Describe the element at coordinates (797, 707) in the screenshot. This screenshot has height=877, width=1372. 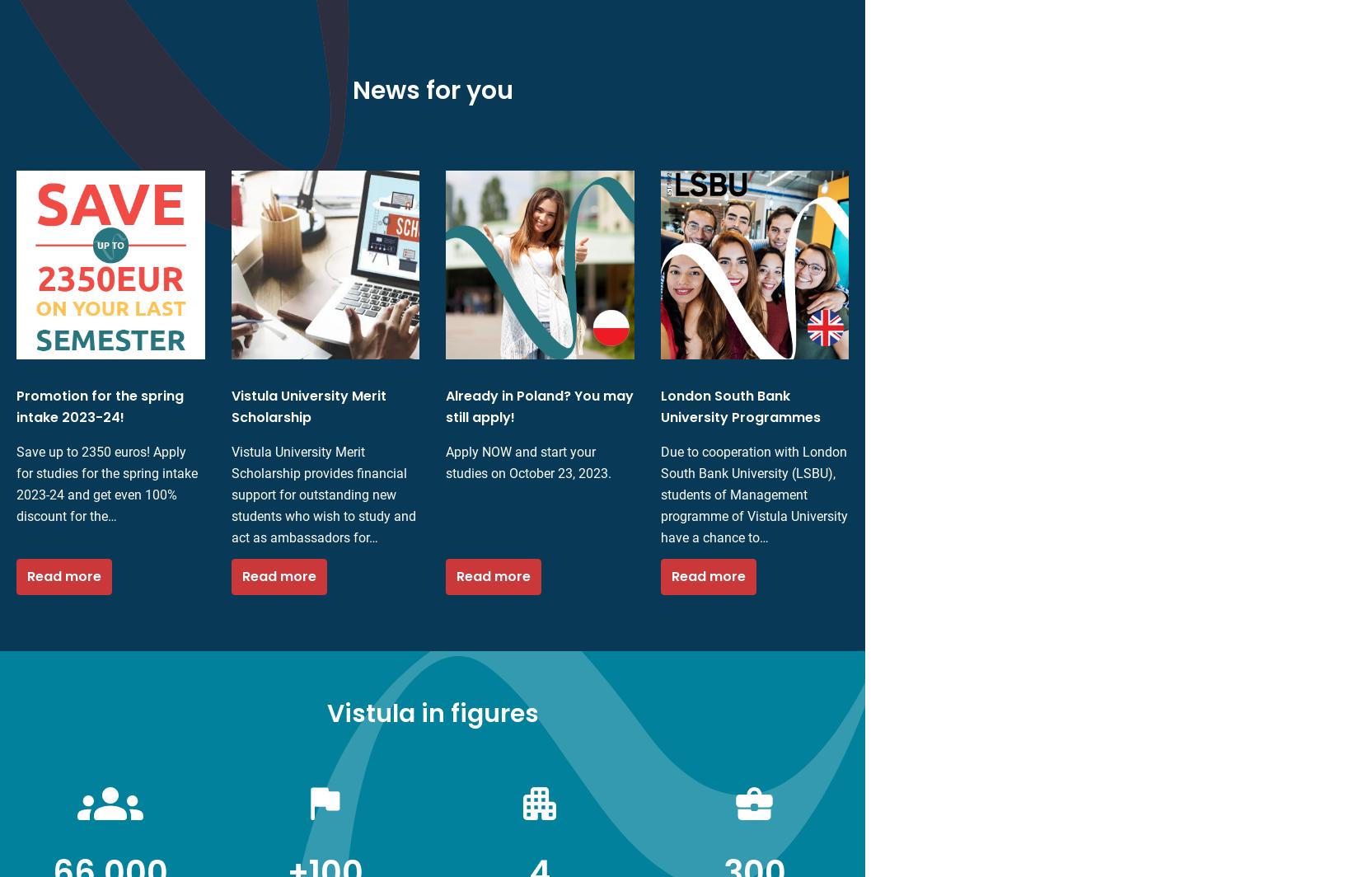
I see `'Accept'` at that location.